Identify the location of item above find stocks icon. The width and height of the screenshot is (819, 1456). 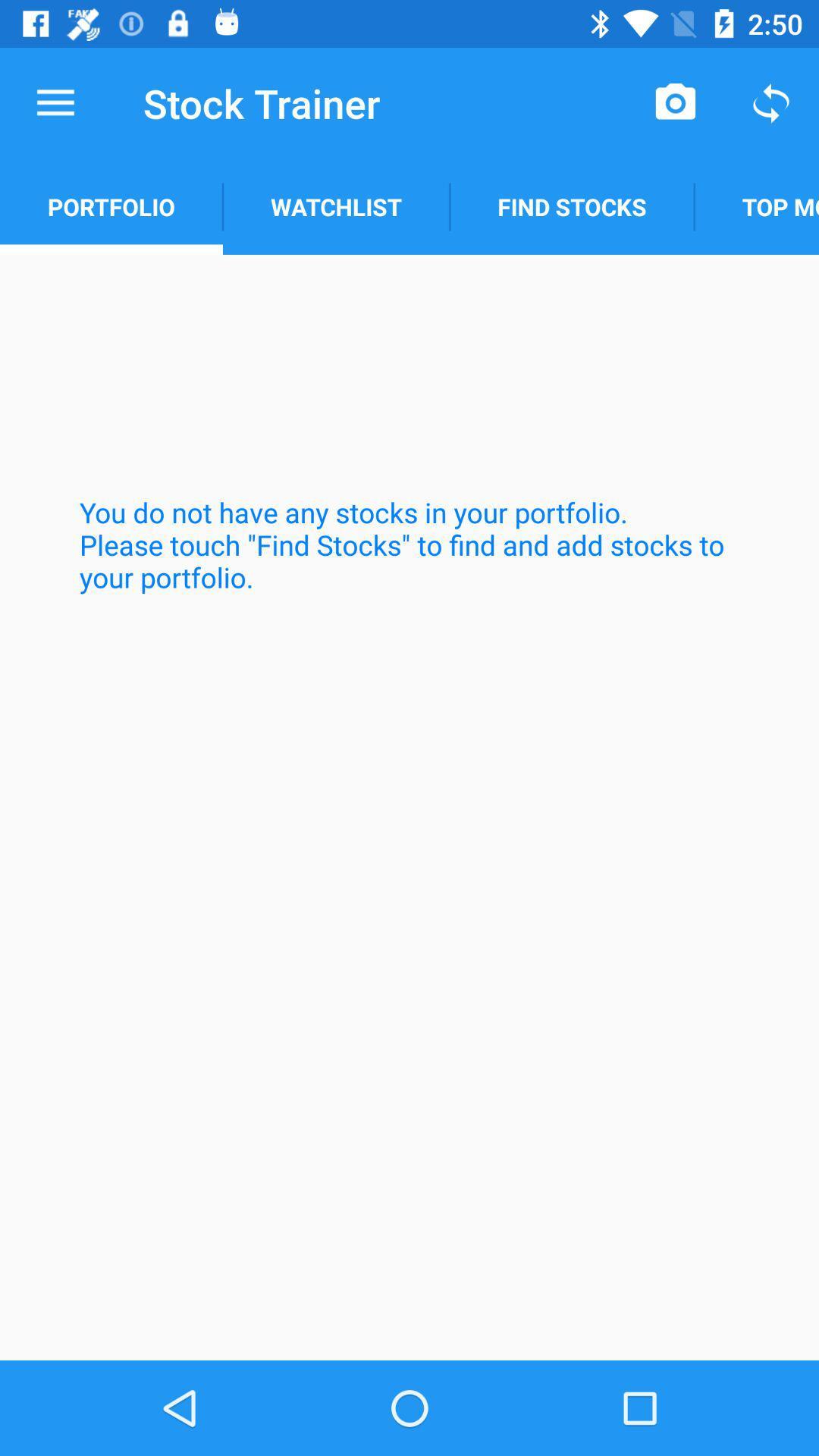
(675, 102).